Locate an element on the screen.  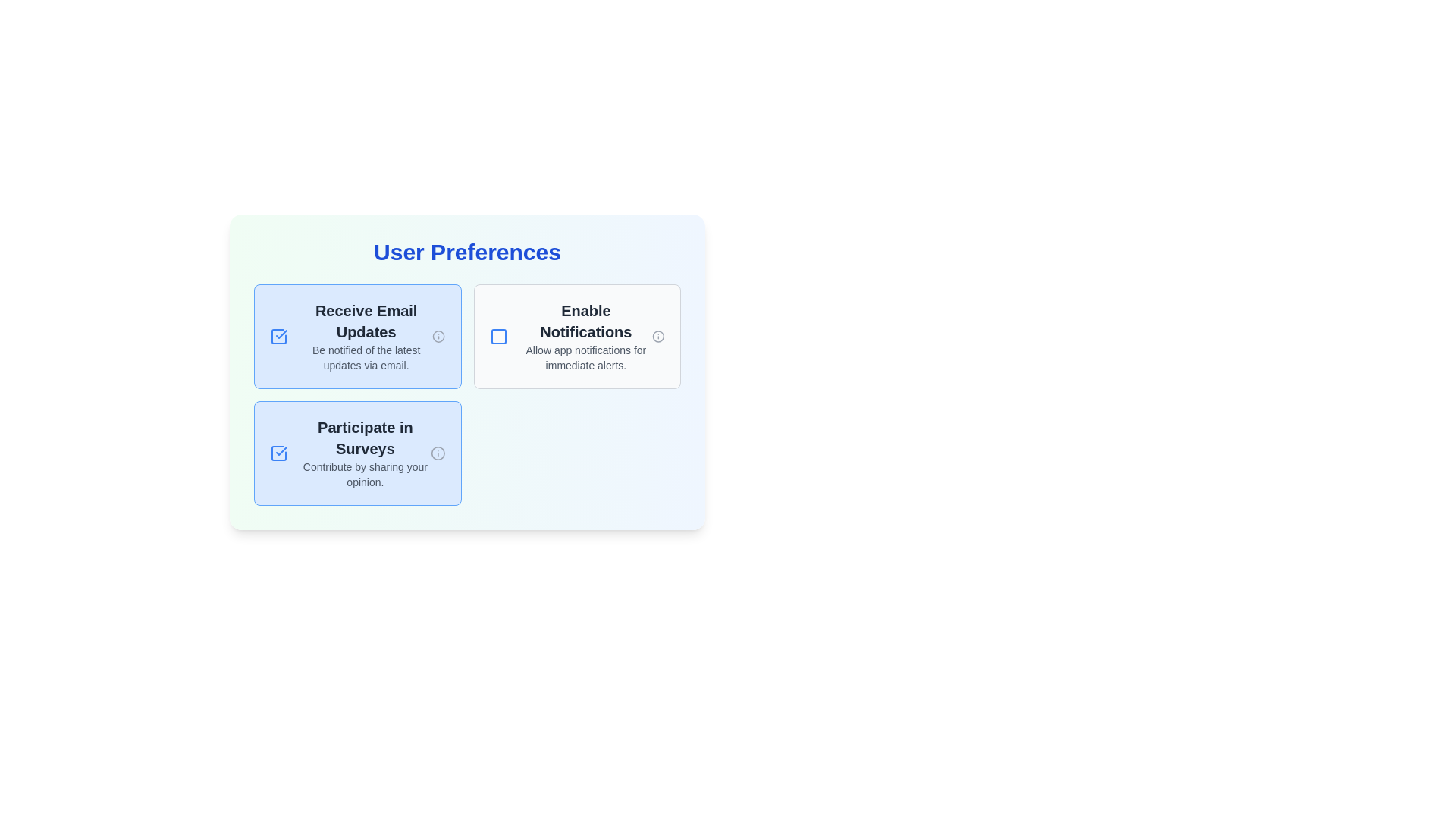
the text content element titled 'Enable Notifications' that informs the user about enabling notifications, located in the middle column under 'User Preferences' is located at coordinates (585, 335).